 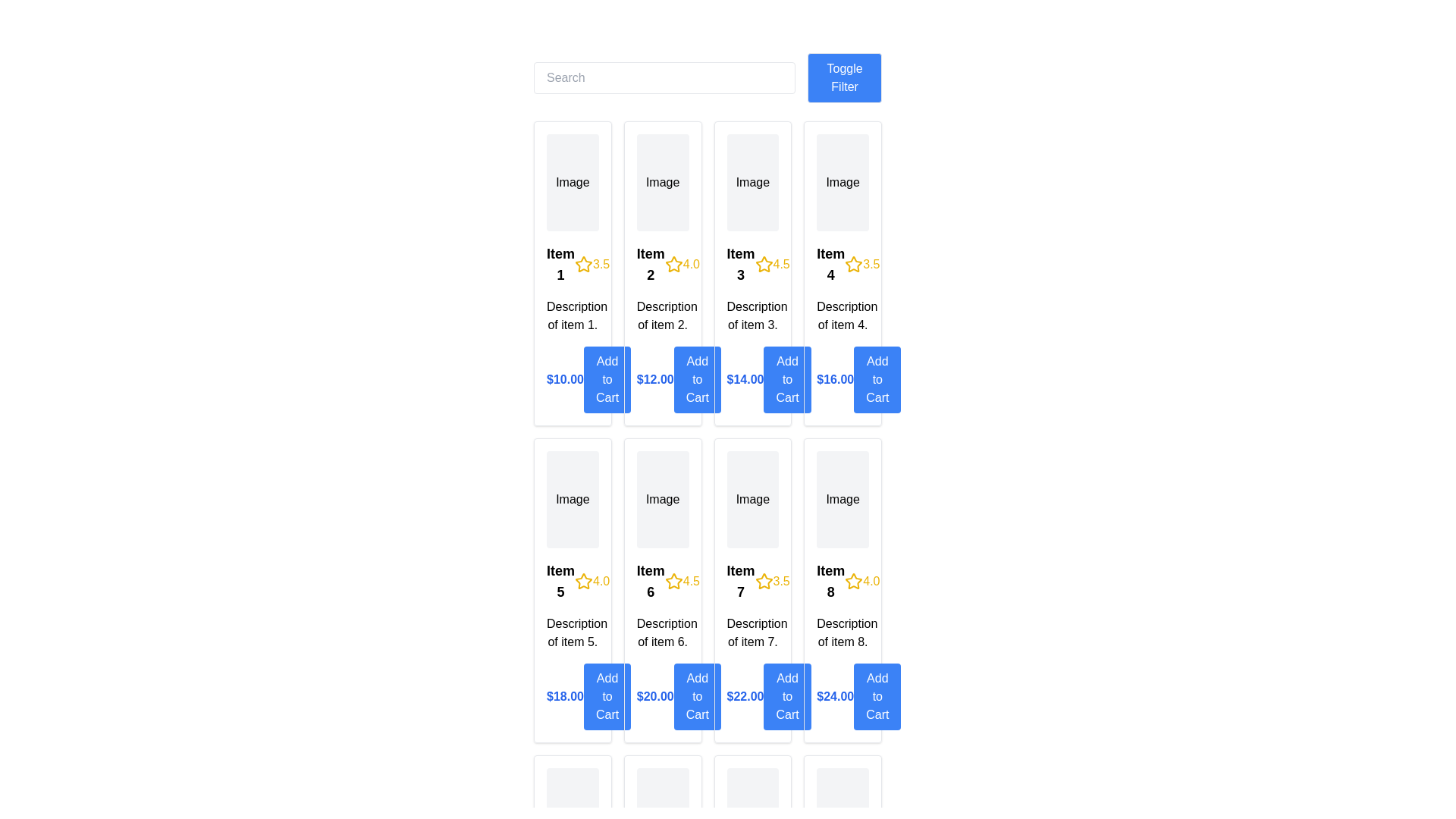 What do you see at coordinates (752, 696) in the screenshot?
I see `the combination of the price label and the button for 'Item 7' located in the bottom section of the card` at bounding box center [752, 696].